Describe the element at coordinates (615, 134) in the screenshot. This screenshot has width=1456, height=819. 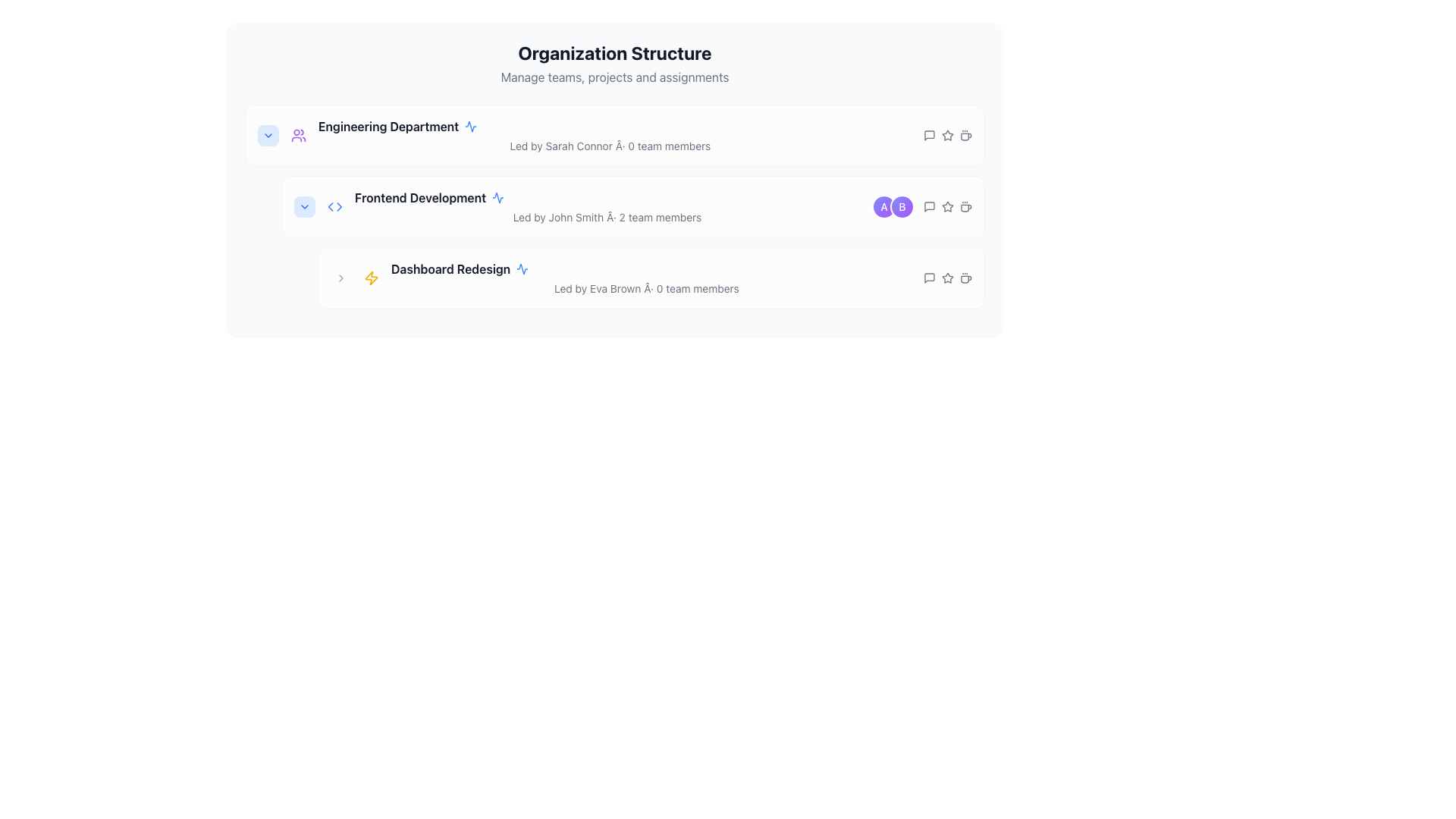
I see `information displayed on the 'Engineering Department' card, which is the first item in the vertical list of organizational units` at that location.